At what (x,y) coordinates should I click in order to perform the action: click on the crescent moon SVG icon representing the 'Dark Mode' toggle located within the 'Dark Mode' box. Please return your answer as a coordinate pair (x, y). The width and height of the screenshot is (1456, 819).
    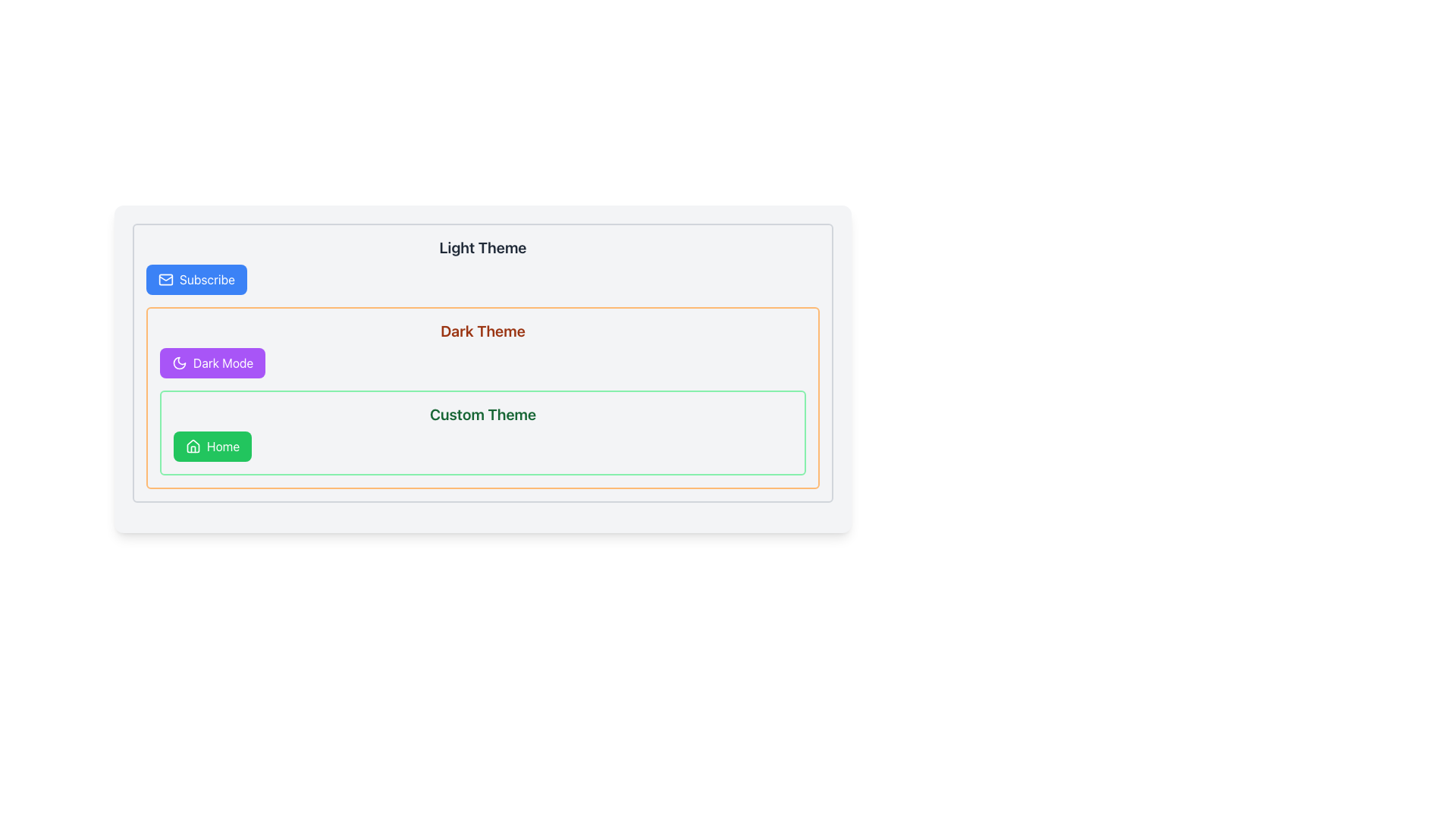
    Looking at the image, I should click on (179, 362).